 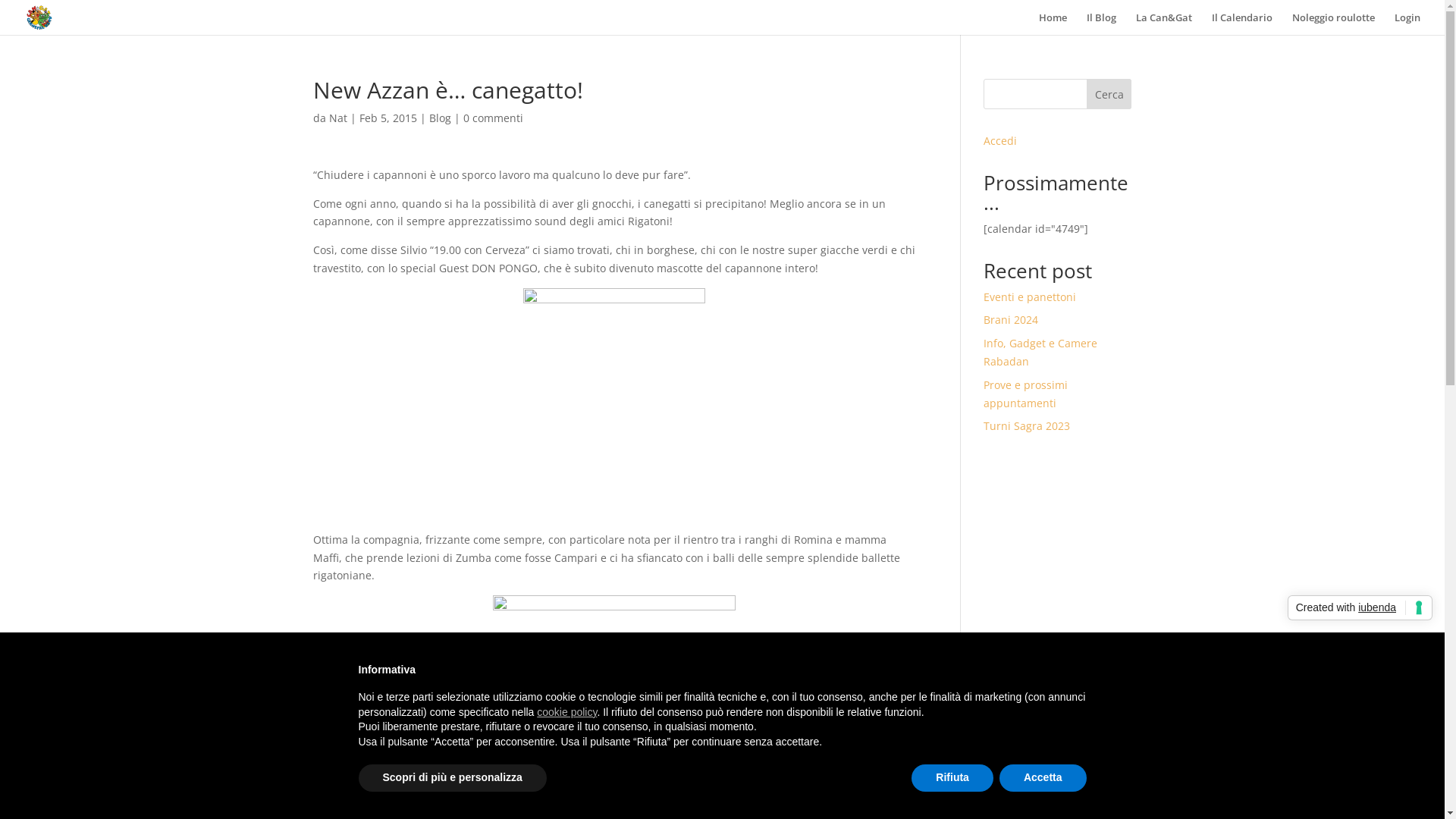 I want to click on 'Accetta', so click(x=1042, y=778).